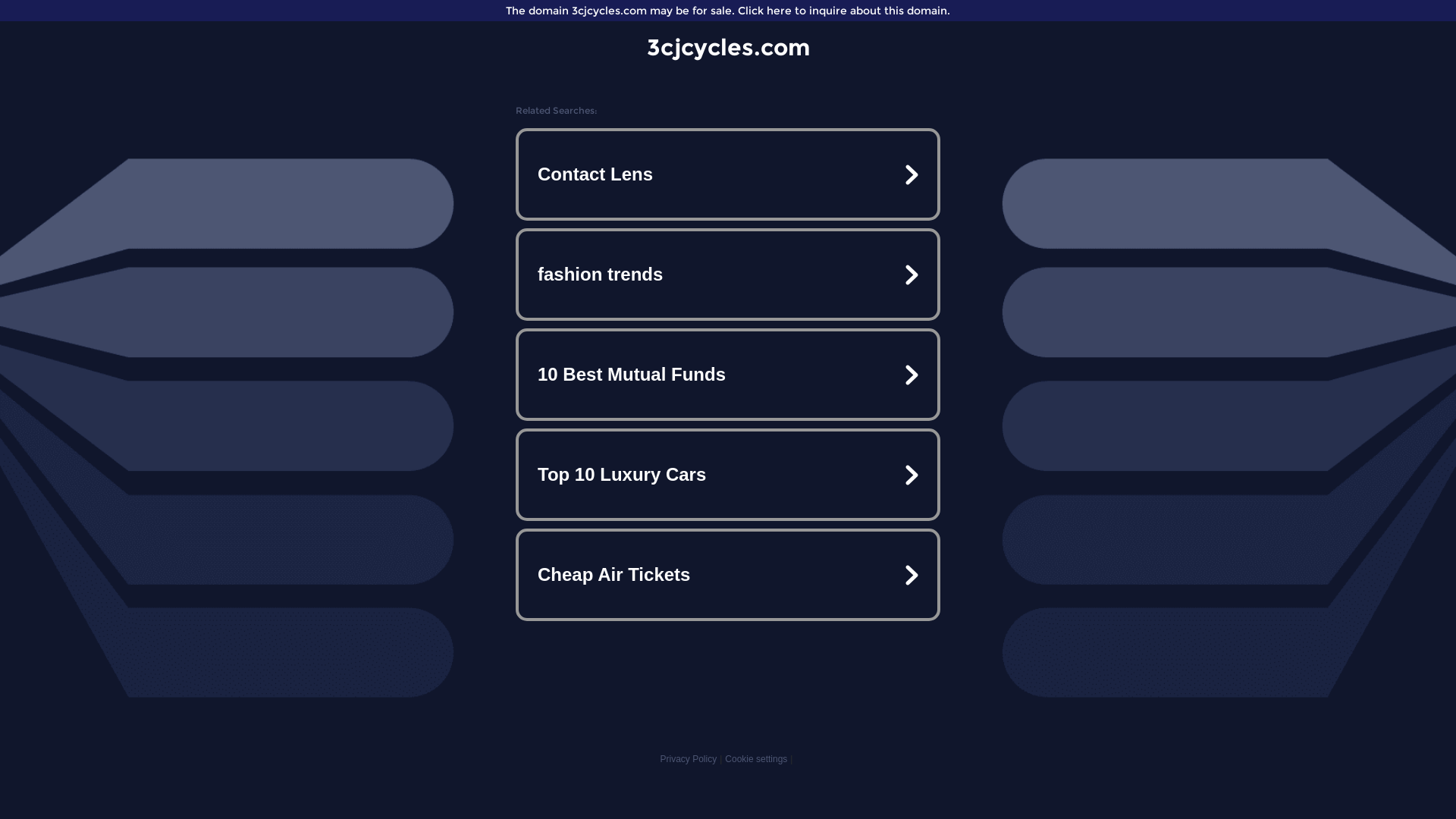  I want to click on 'Contact Lens', so click(728, 174).